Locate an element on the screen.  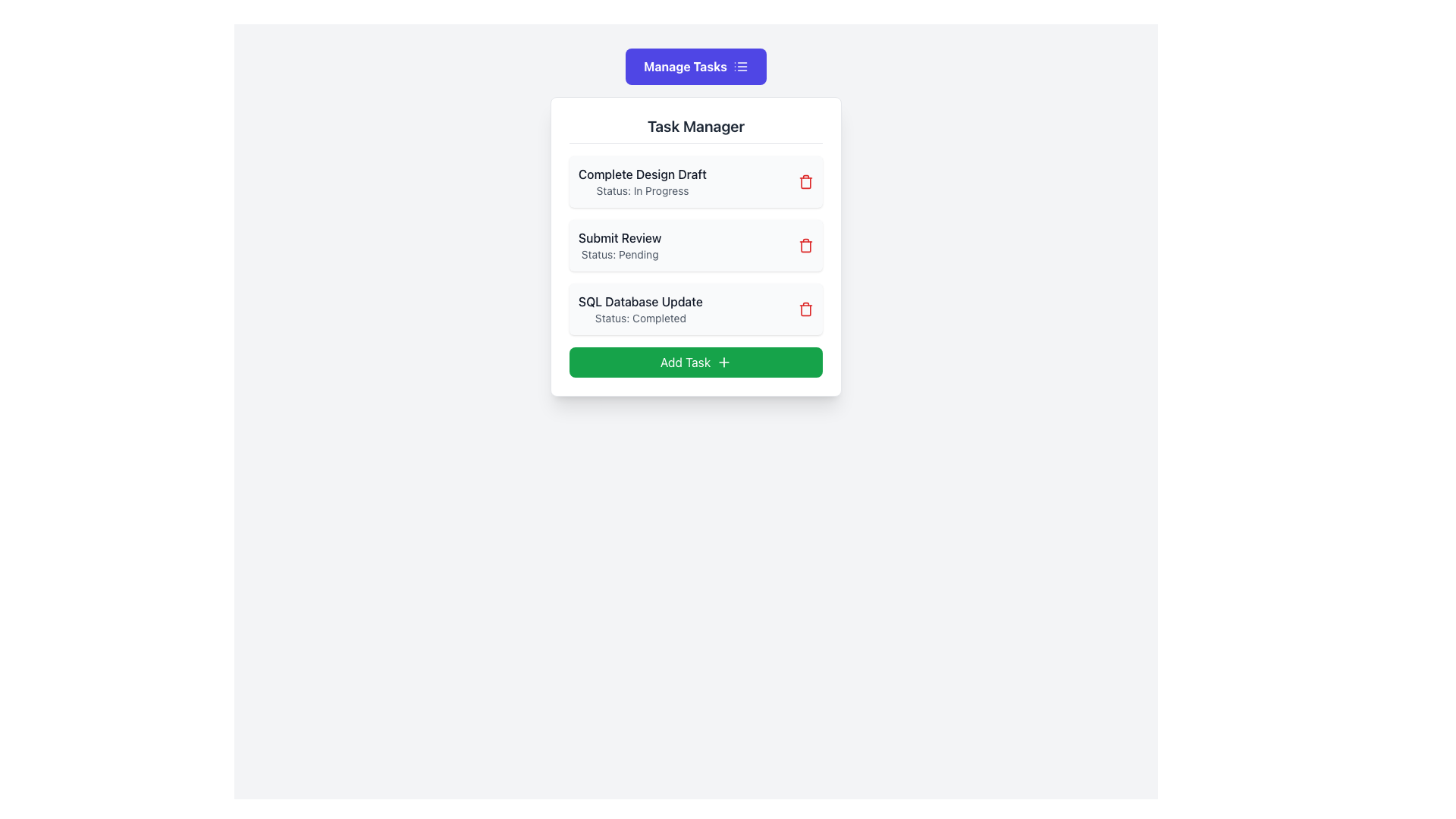
the Text Display Box that represents a task item, displaying the task title and current status, located directly under the 'Task Manager' title is located at coordinates (695, 180).